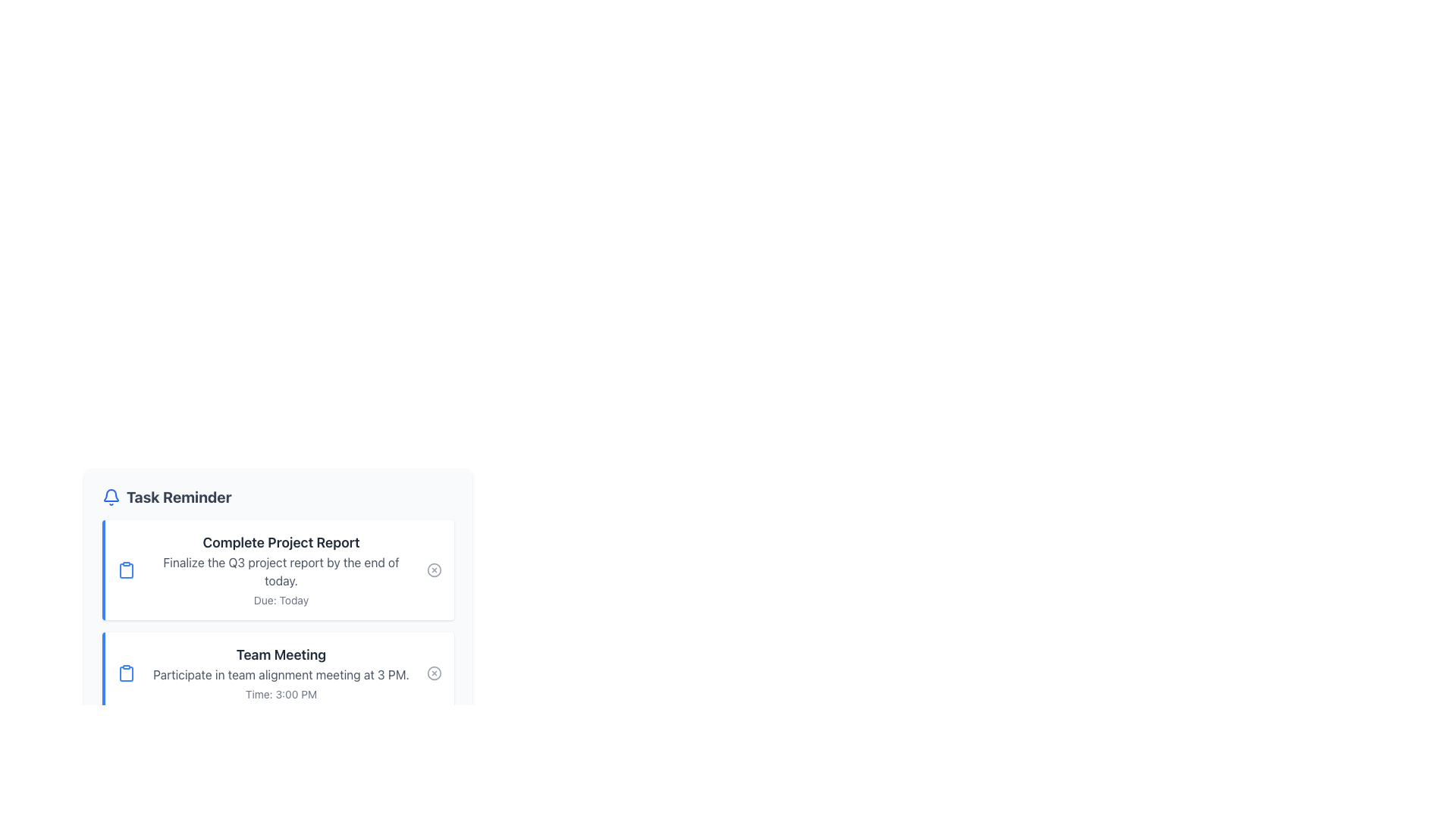 This screenshot has height=819, width=1456. What do you see at coordinates (111, 497) in the screenshot?
I see `the bell icon located to the immediate left of the 'Task Reminder' text` at bounding box center [111, 497].